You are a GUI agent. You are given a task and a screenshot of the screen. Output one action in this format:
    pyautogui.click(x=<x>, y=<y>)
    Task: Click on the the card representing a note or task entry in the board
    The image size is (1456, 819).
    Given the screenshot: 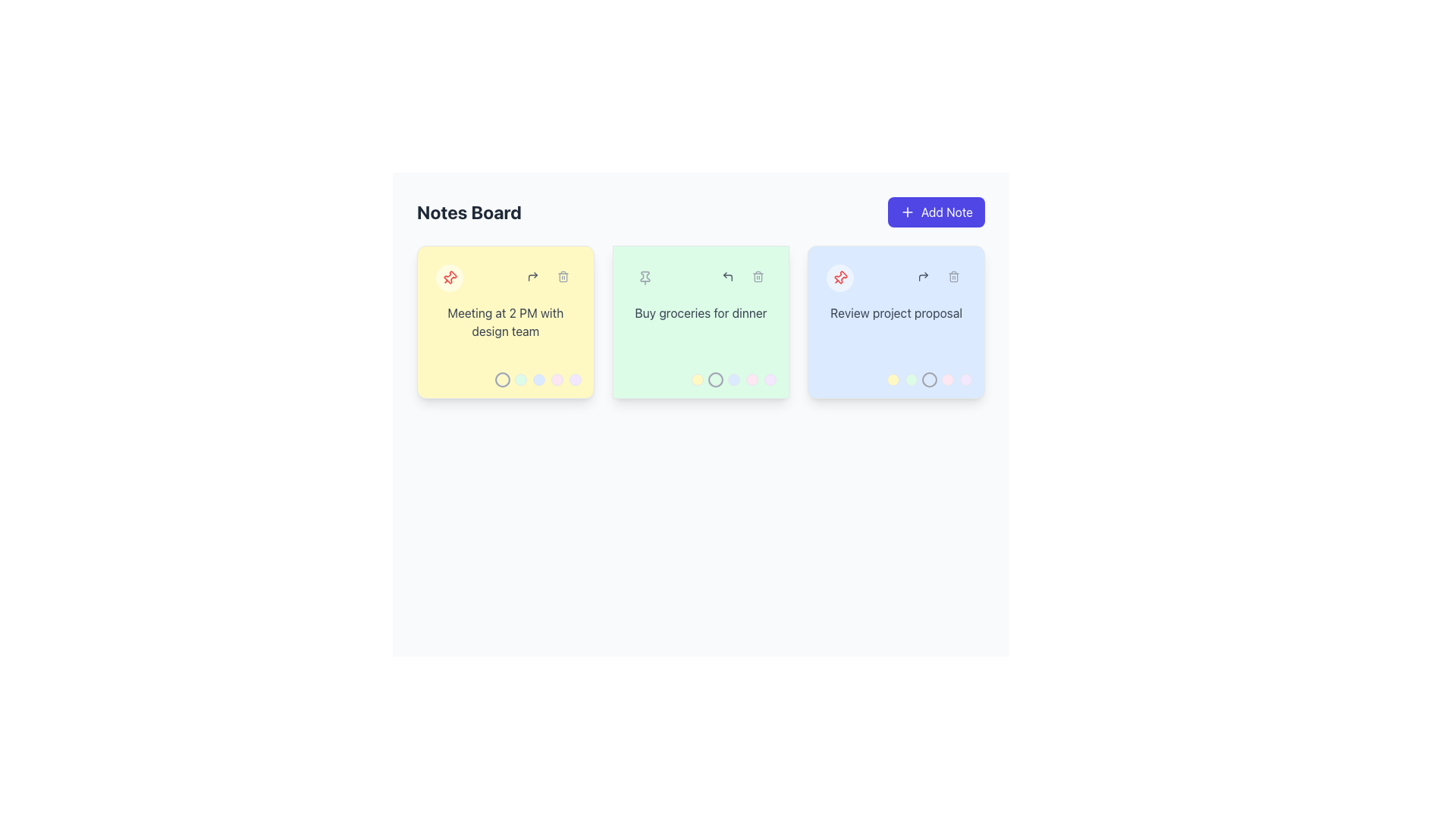 What is the action you would take?
    pyautogui.click(x=896, y=321)
    